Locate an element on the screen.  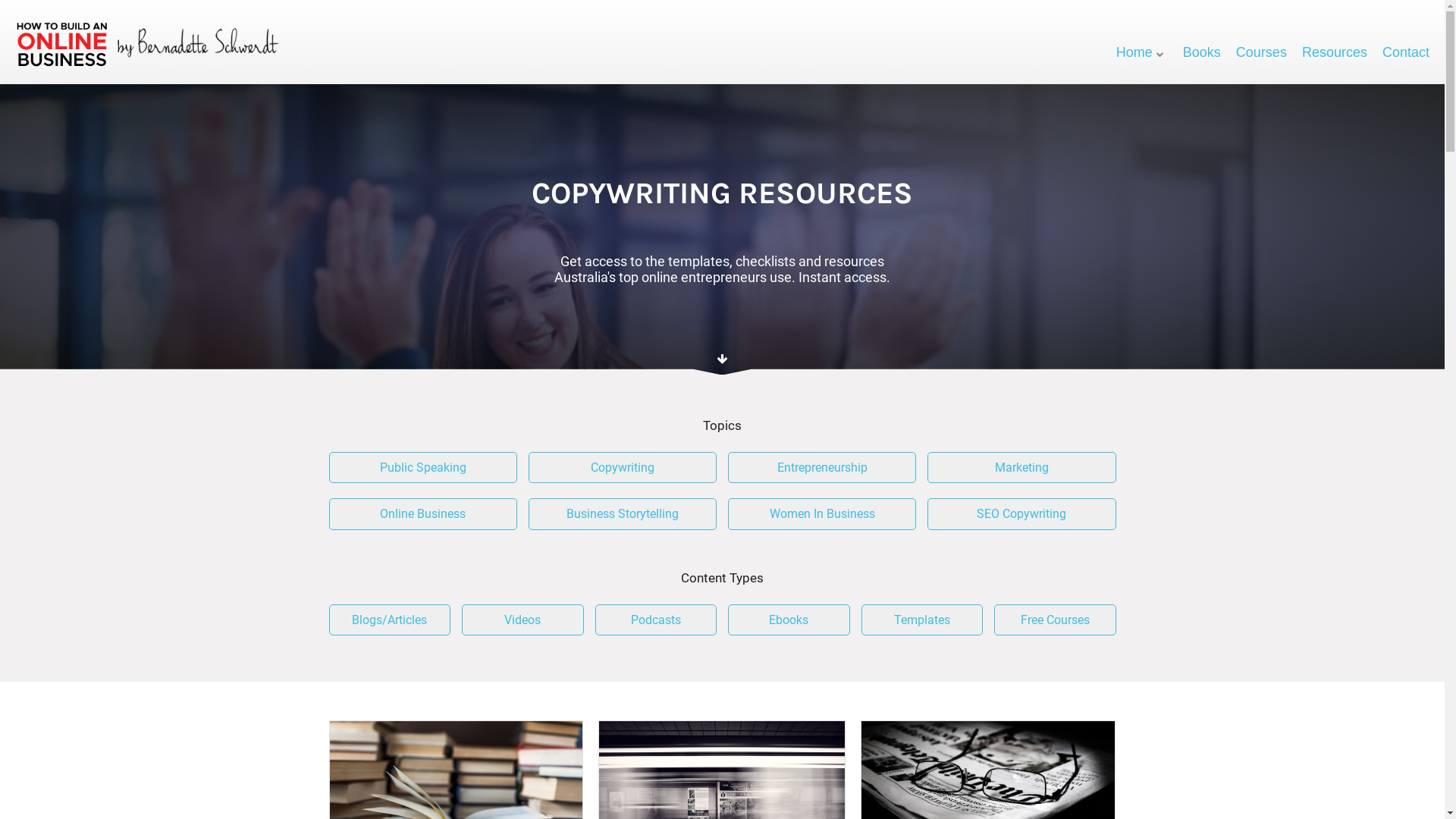
'Public Speaking' is located at coordinates (422, 467).